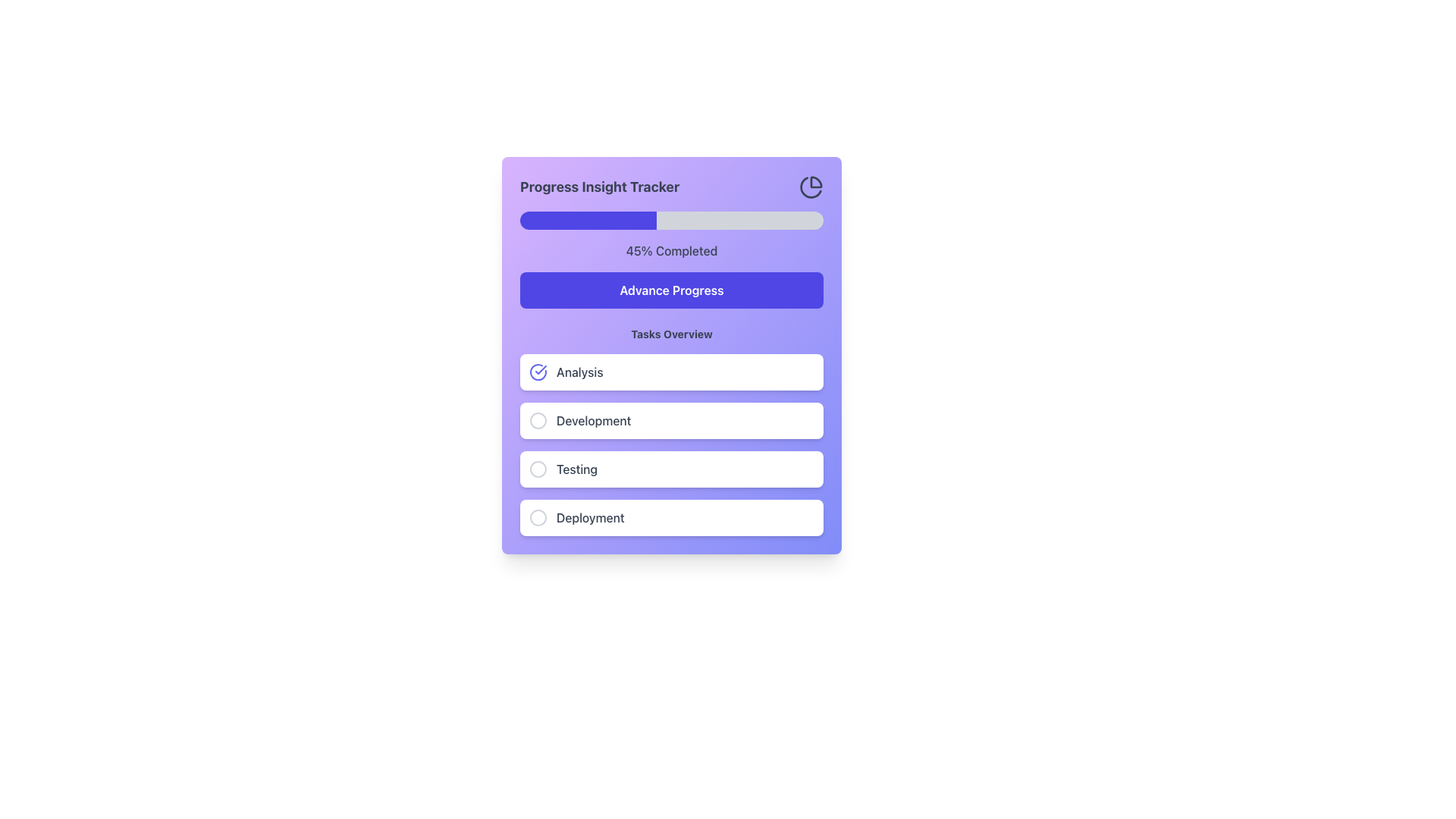 This screenshot has height=819, width=1456. What do you see at coordinates (576, 468) in the screenshot?
I see `the Text Label that describes the task, positioned as the third item in a vertical list between 'Development' and 'Deployment' within a white rectangular card with rounded corners` at bounding box center [576, 468].